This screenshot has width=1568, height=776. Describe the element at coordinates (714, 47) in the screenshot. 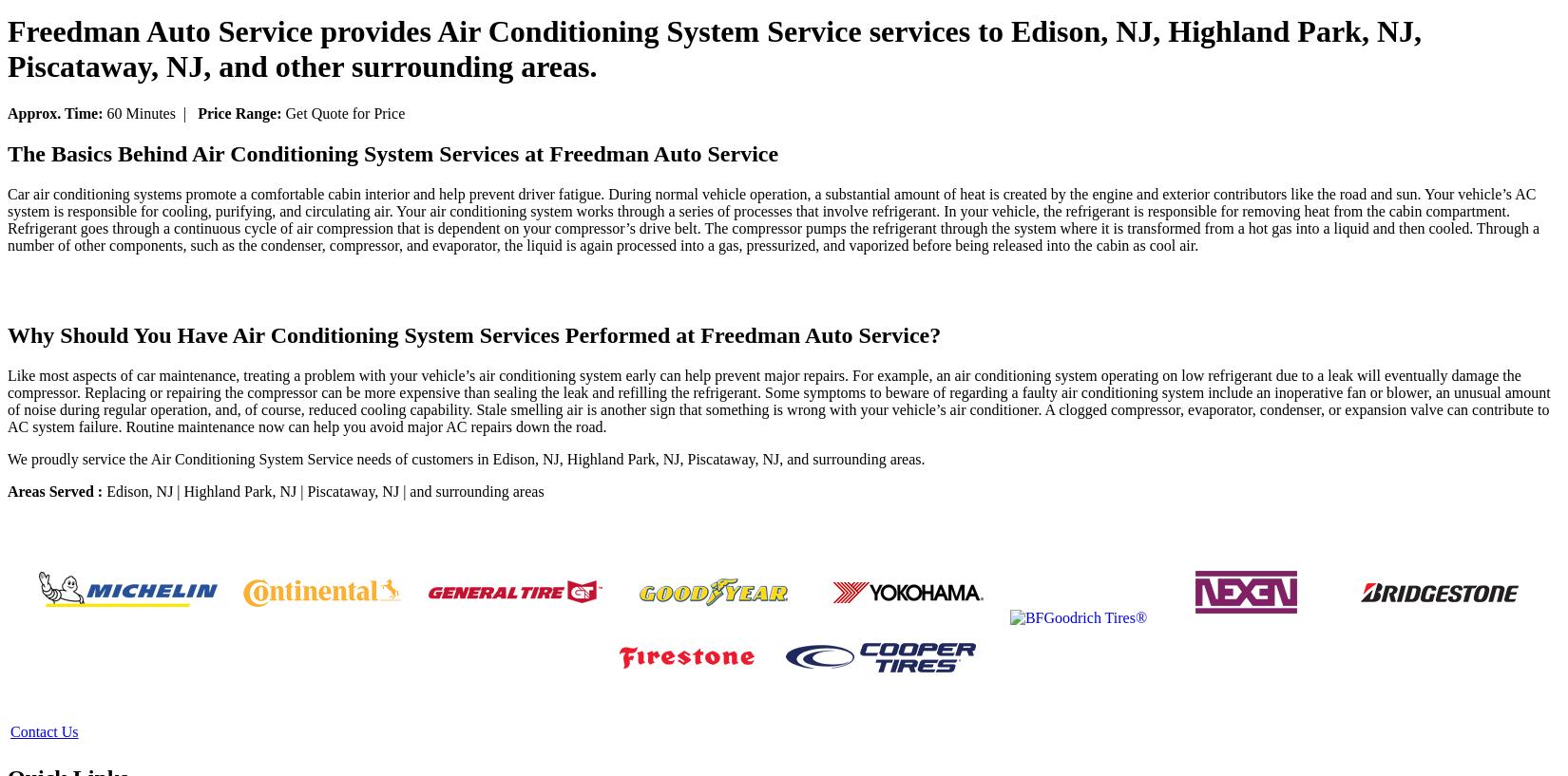

I see `'Freedman Auto Service provides Air Conditioning System Service services to Edison, NJ, Highland Park, NJ, Piscataway, NJ, and other surrounding areas.'` at that location.